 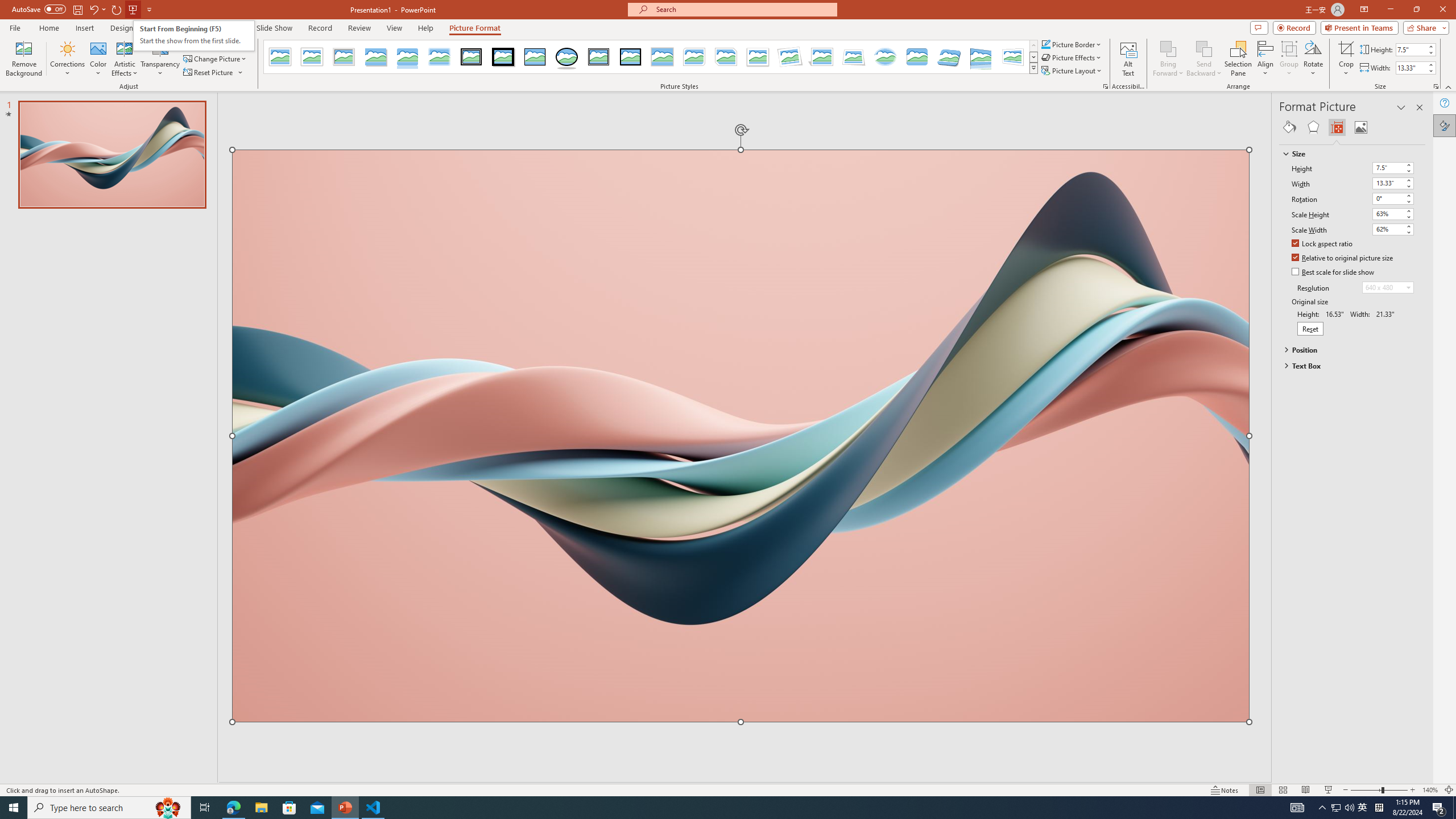 I want to click on 'Align', so click(x=1264, y=59).